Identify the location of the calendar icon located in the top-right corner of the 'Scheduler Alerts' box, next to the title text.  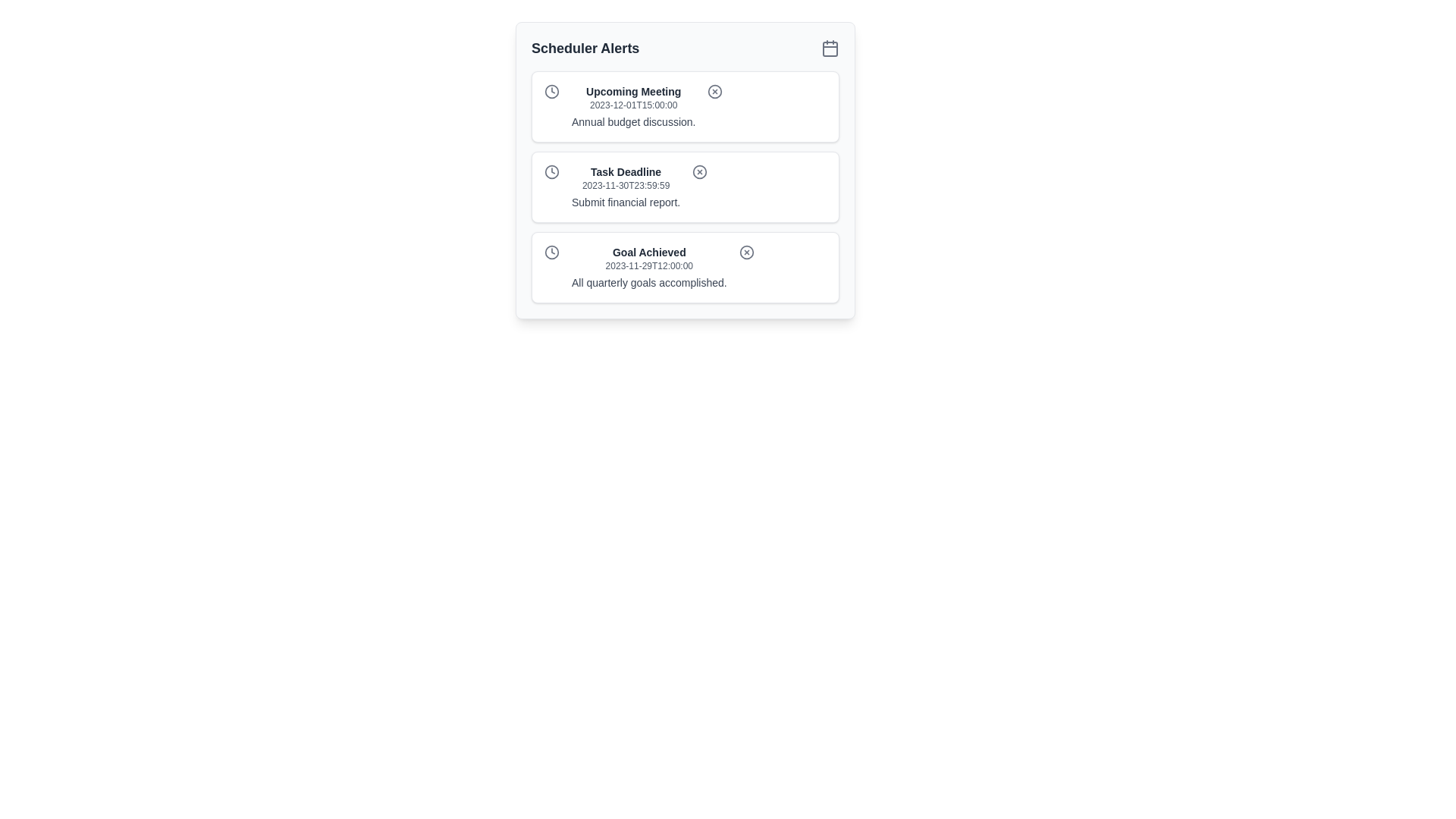
(829, 48).